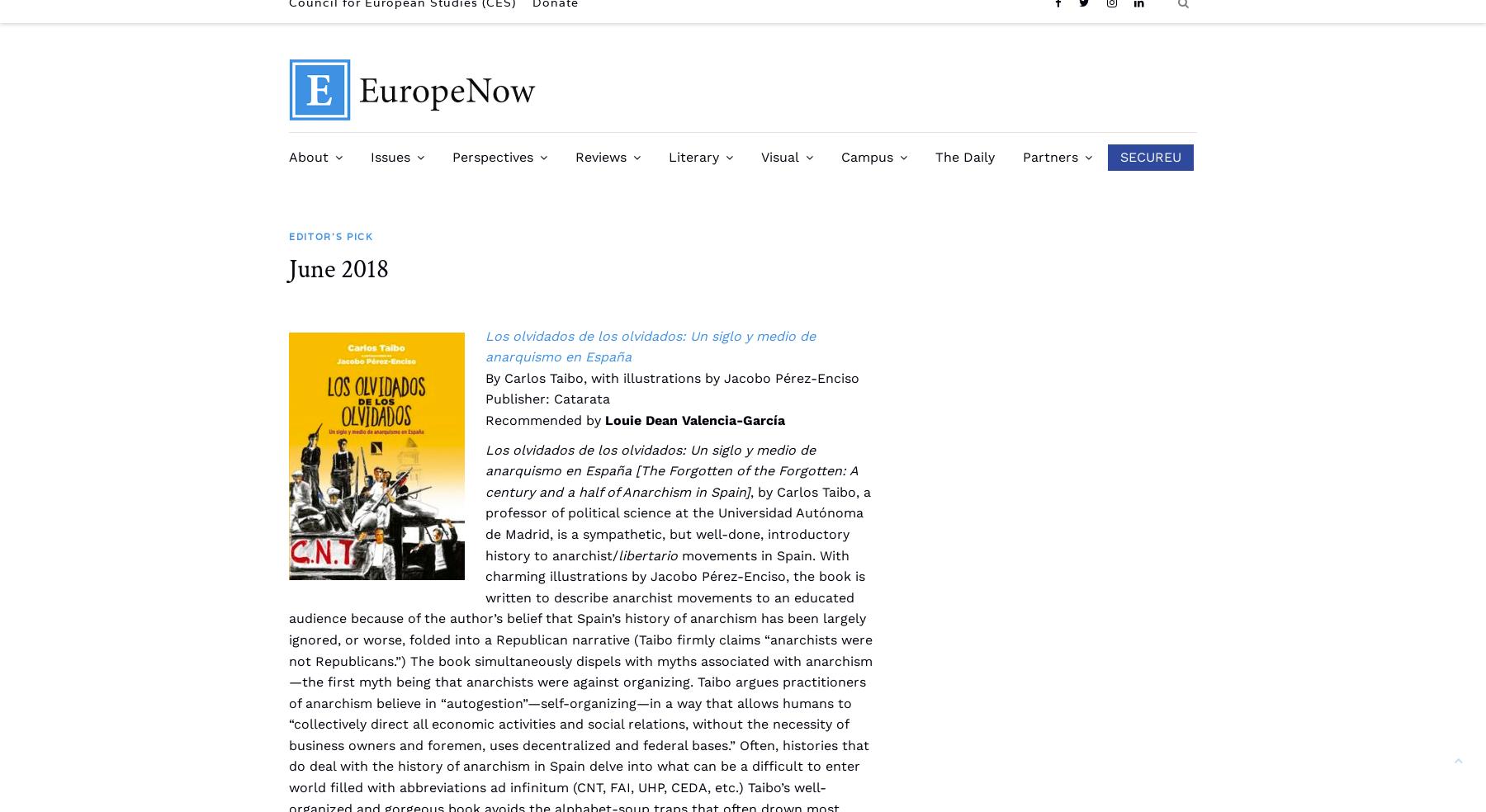  What do you see at coordinates (1149, 157) in the screenshot?
I see `'SECUREU'` at bounding box center [1149, 157].